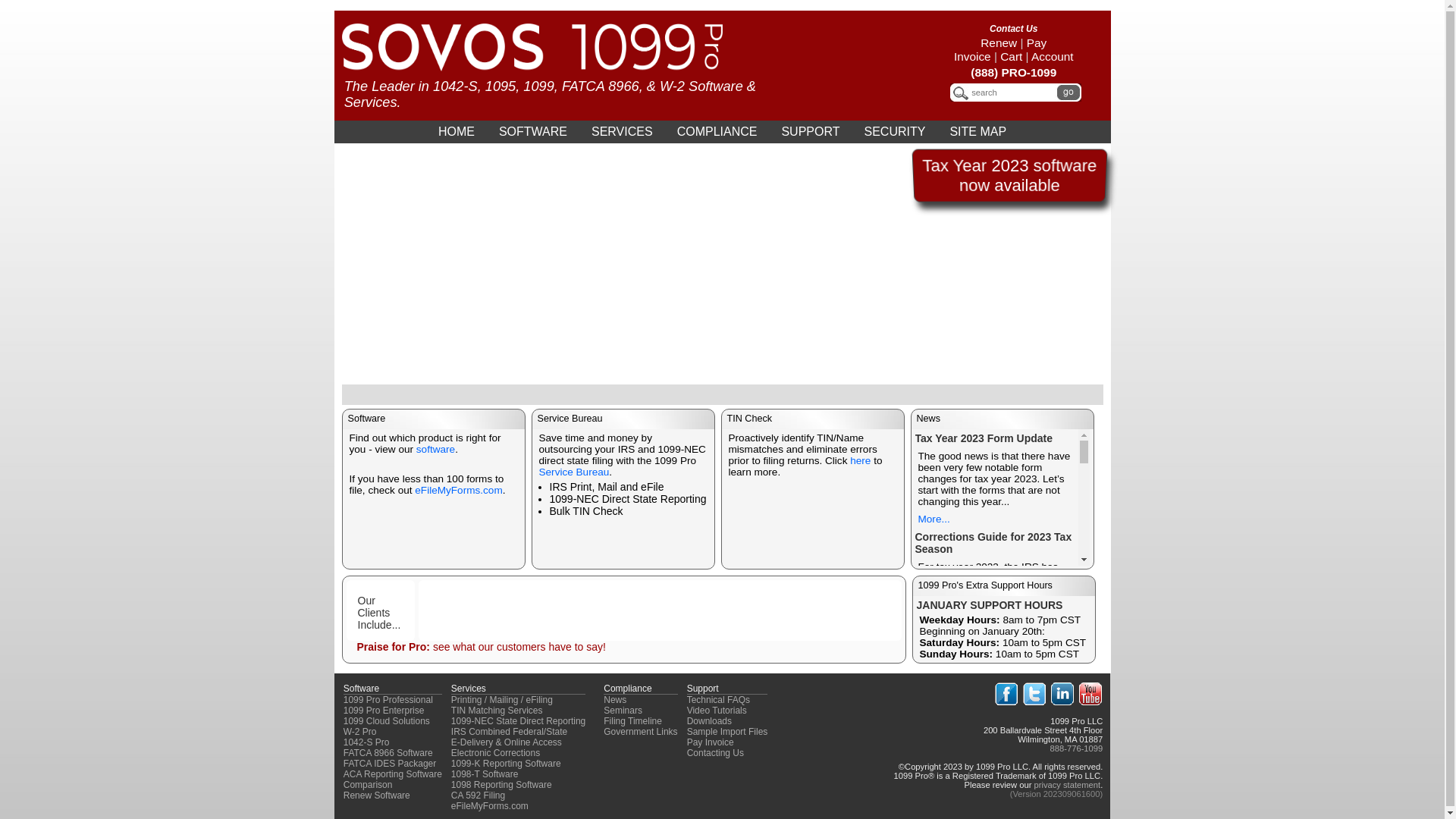 The image size is (1456, 819). I want to click on '1098 Reporting Software', so click(501, 784).